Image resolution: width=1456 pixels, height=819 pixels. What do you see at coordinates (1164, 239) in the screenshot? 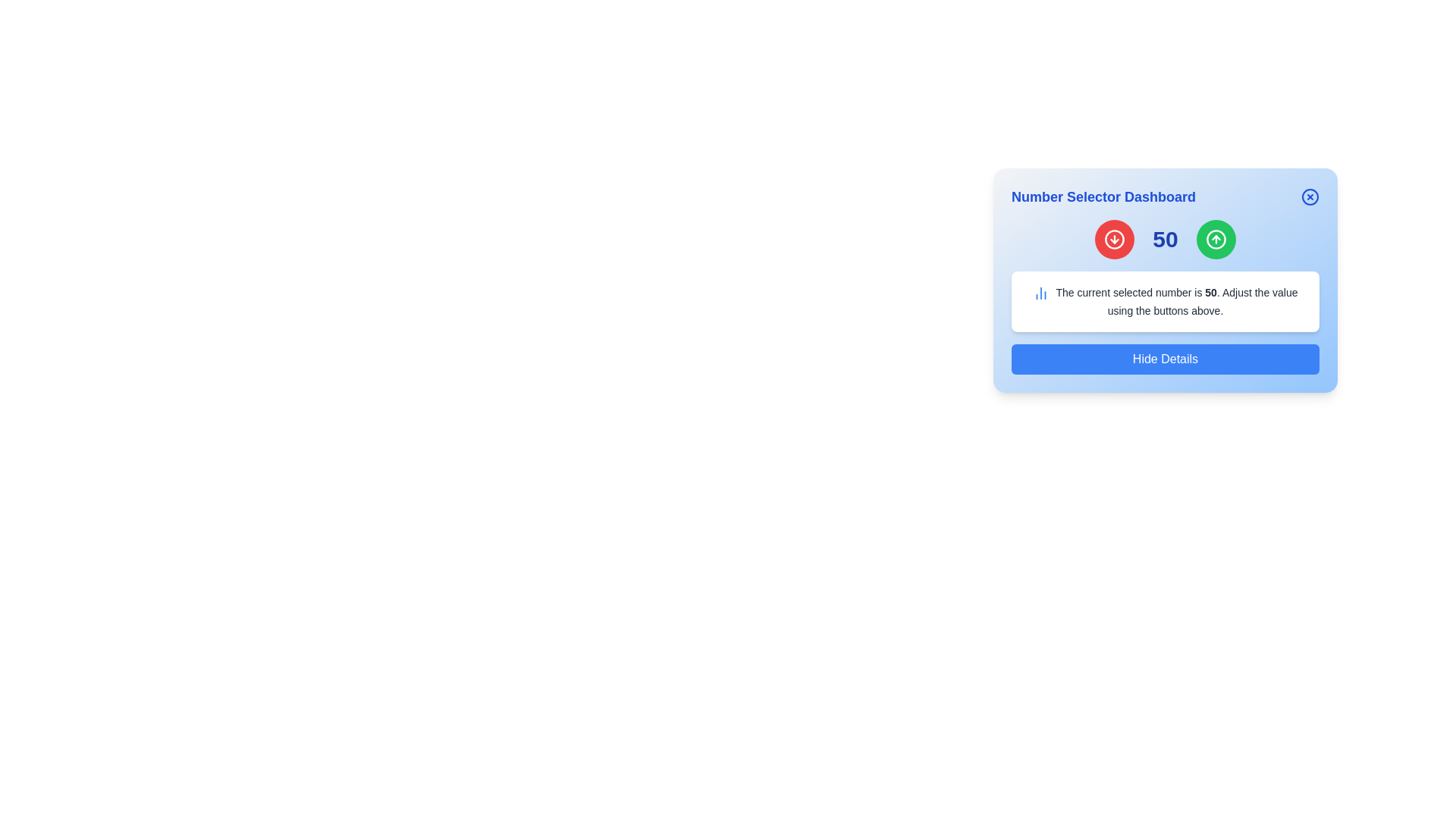
I see `the read-only text display that shows the current selected number in the interface, located between the decrement and increment buttons` at bounding box center [1164, 239].